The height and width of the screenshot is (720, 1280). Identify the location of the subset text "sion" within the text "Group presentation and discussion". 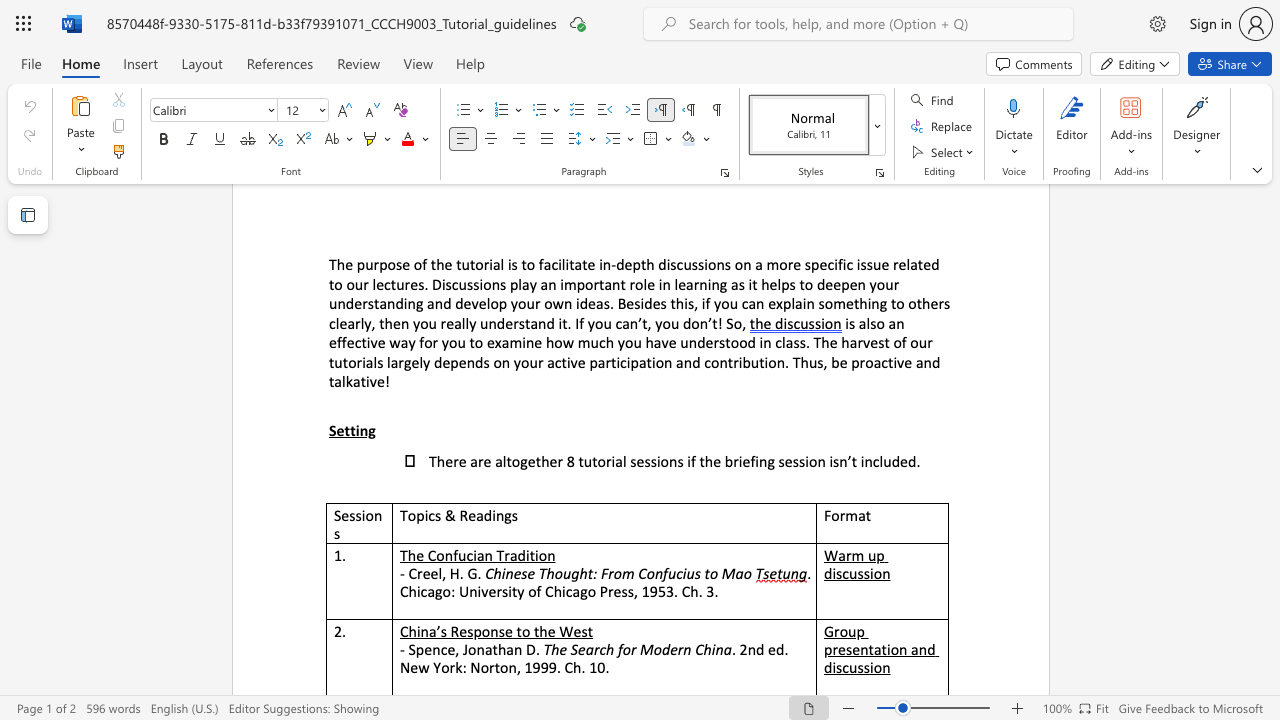
(863, 667).